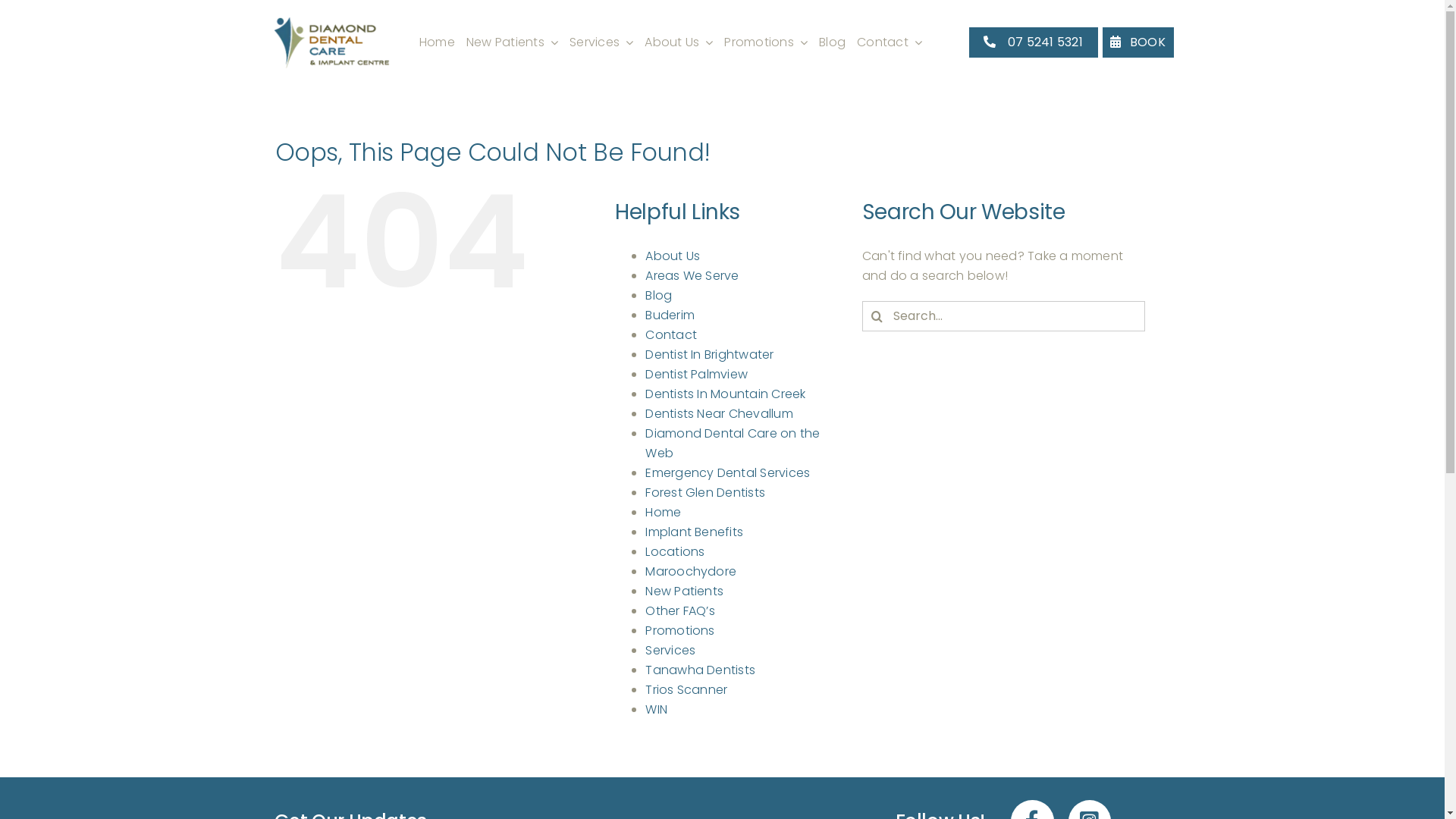 This screenshot has height=819, width=1456. What do you see at coordinates (669, 649) in the screenshot?
I see `'Services'` at bounding box center [669, 649].